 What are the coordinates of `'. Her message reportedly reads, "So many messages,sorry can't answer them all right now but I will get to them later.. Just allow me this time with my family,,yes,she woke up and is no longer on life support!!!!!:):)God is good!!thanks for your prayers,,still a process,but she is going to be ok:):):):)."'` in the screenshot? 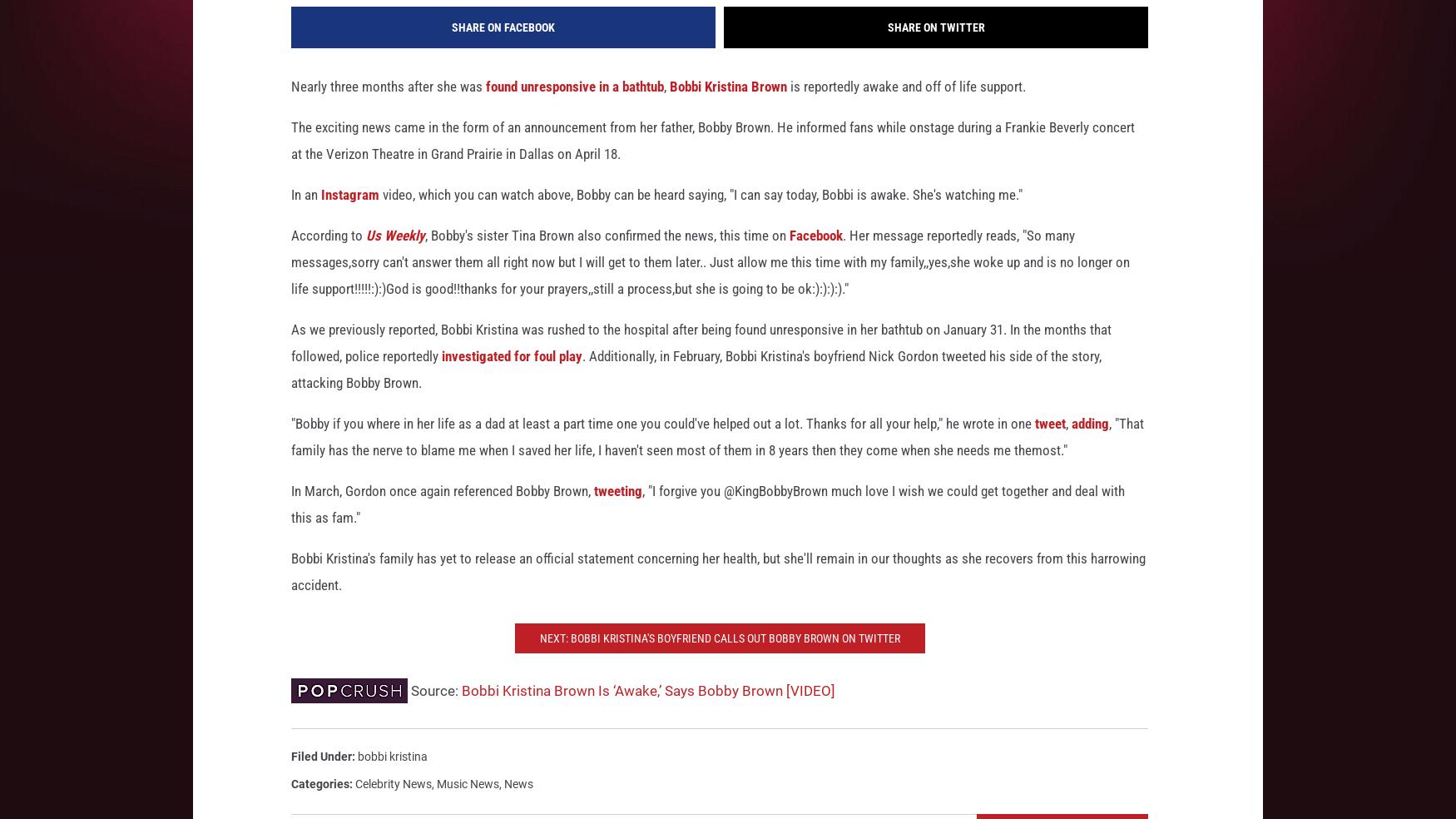 It's located at (711, 284).